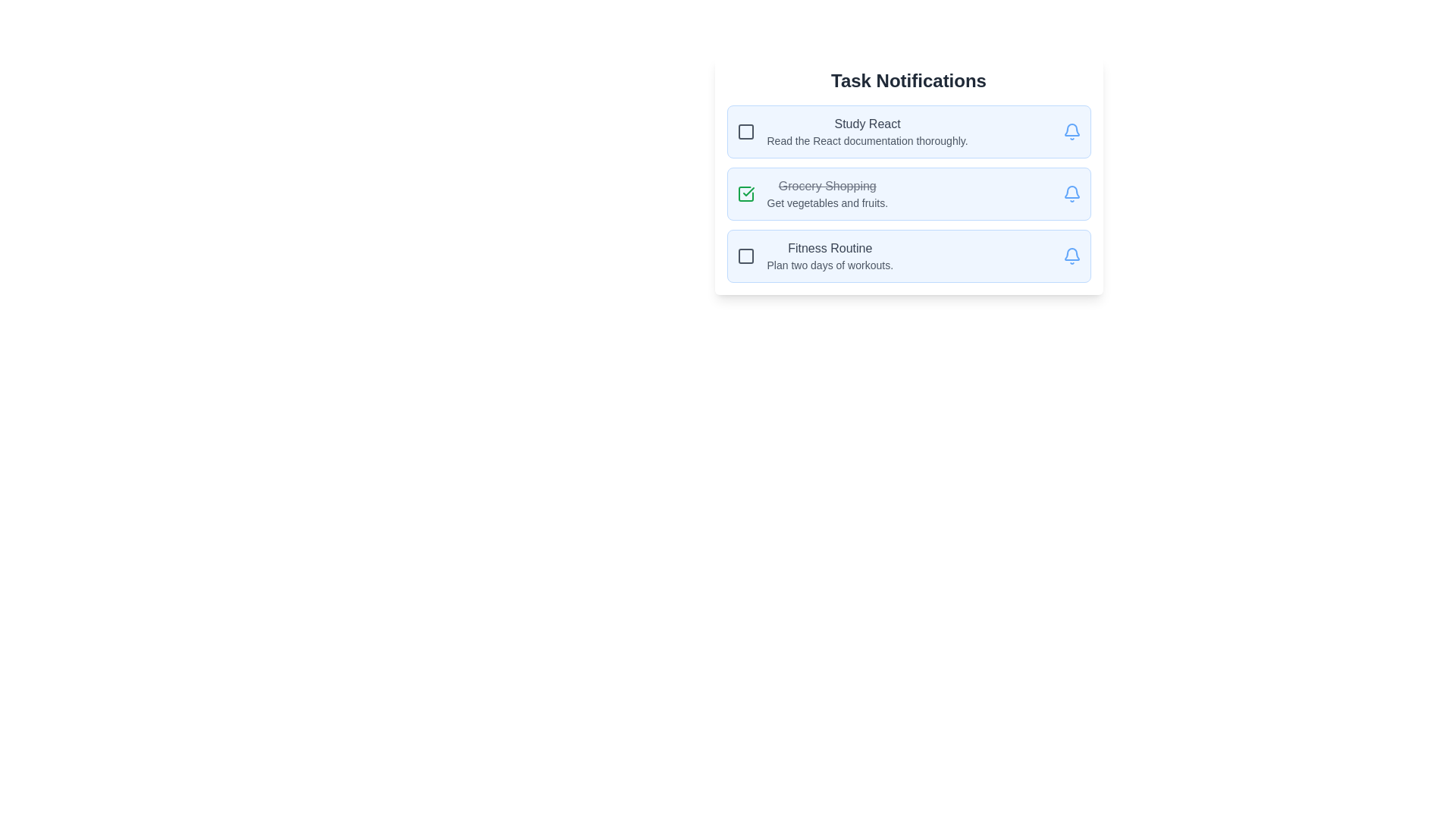 The width and height of the screenshot is (1456, 819). Describe the element at coordinates (745, 130) in the screenshot. I see `the unchecked checkbox associated with the task 'Study React' to toggle its state` at that location.